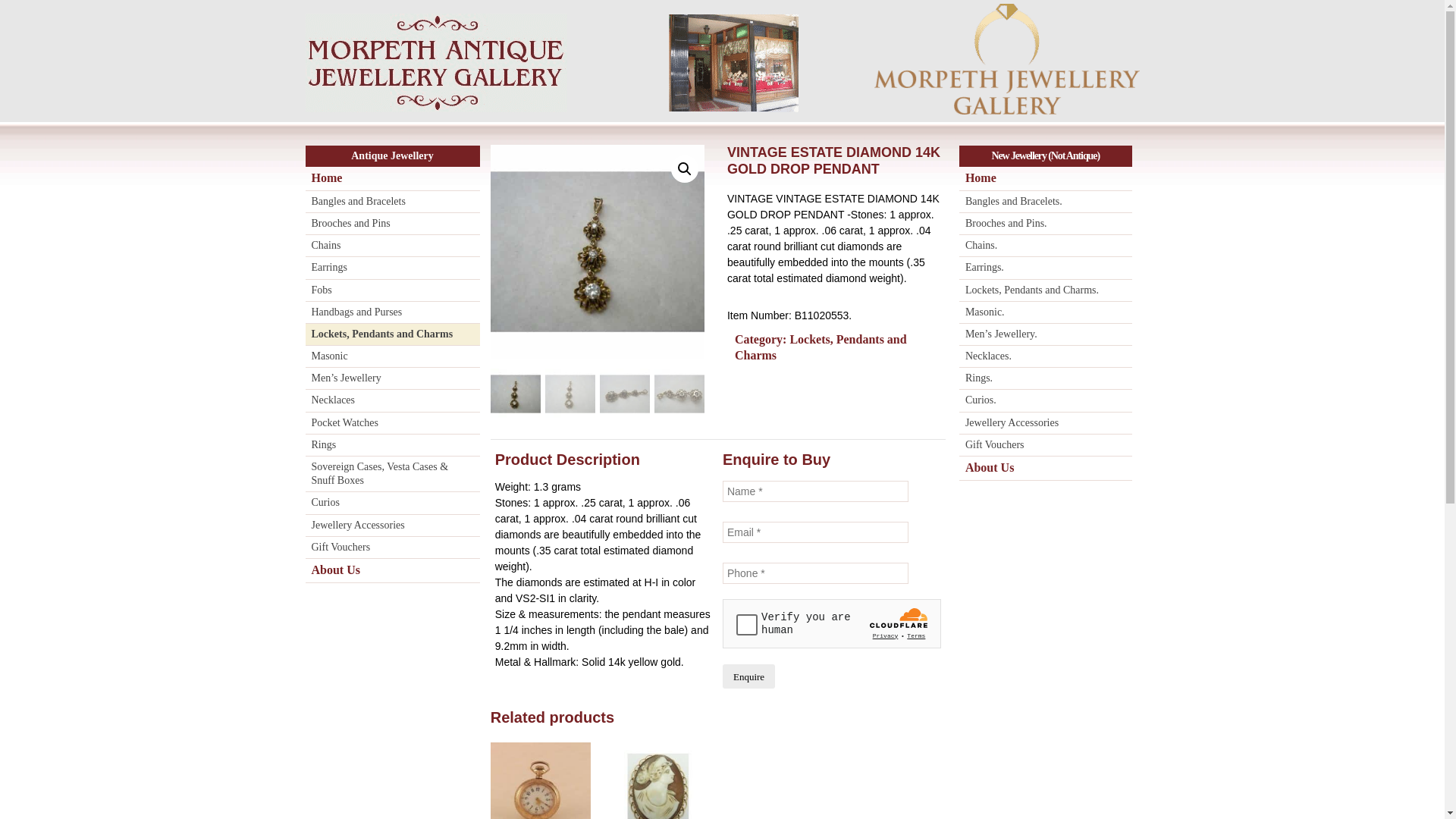  I want to click on 'Masonic.', so click(1044, 312).